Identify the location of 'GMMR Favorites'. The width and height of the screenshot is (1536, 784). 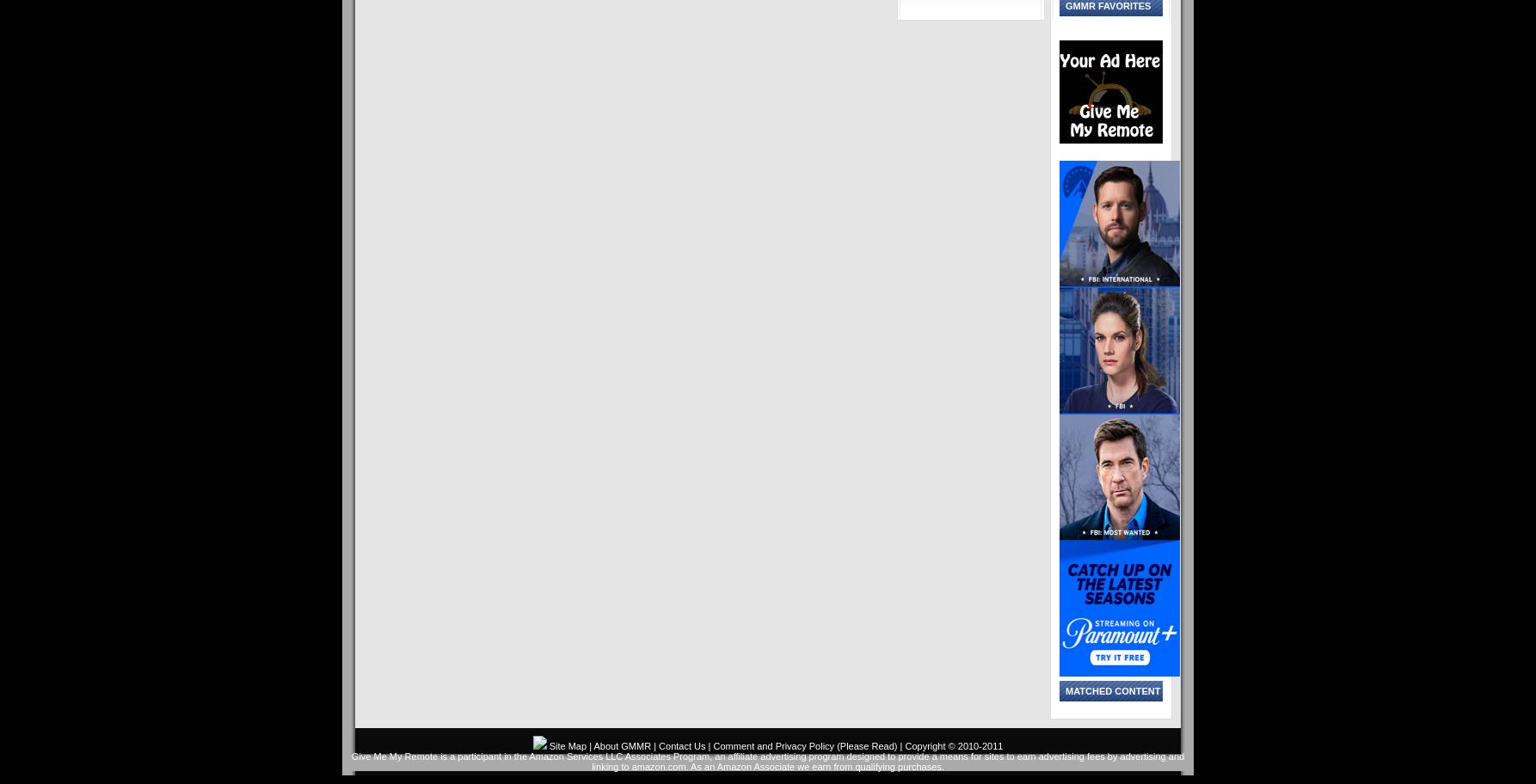
(1108, 6).